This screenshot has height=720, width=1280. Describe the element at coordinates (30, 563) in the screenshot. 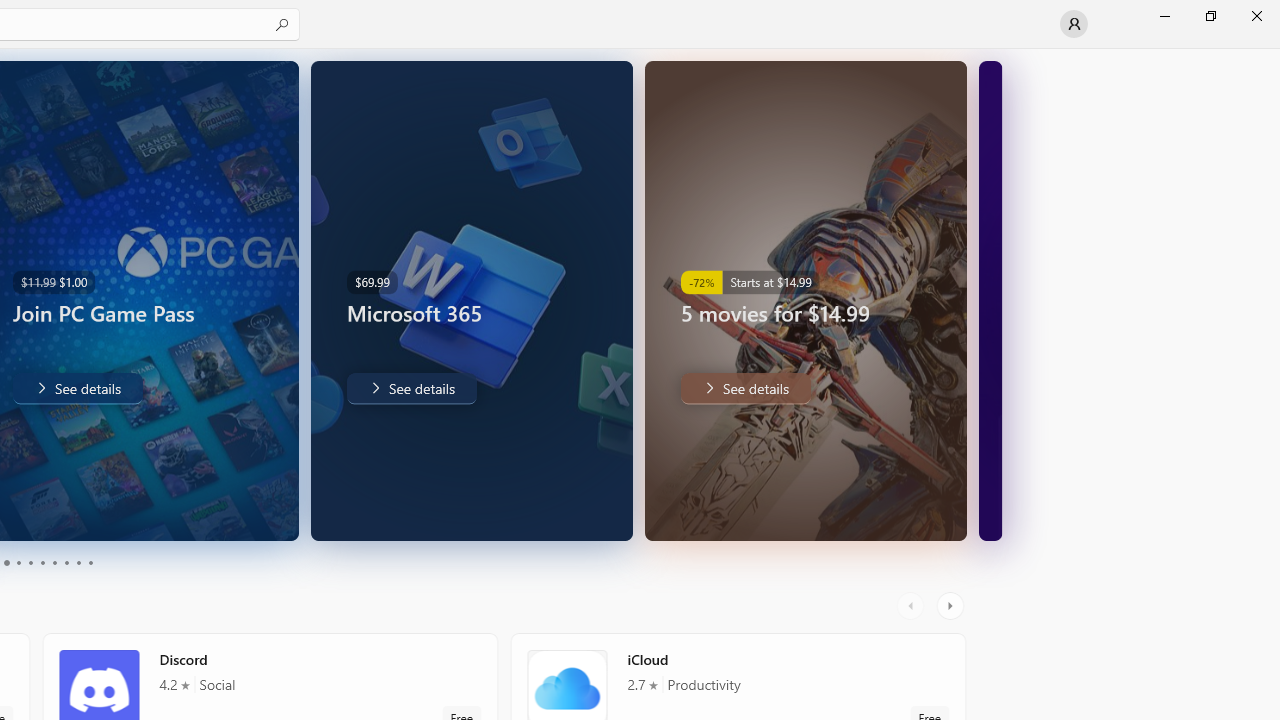

I see `'Page 5'` at that location.